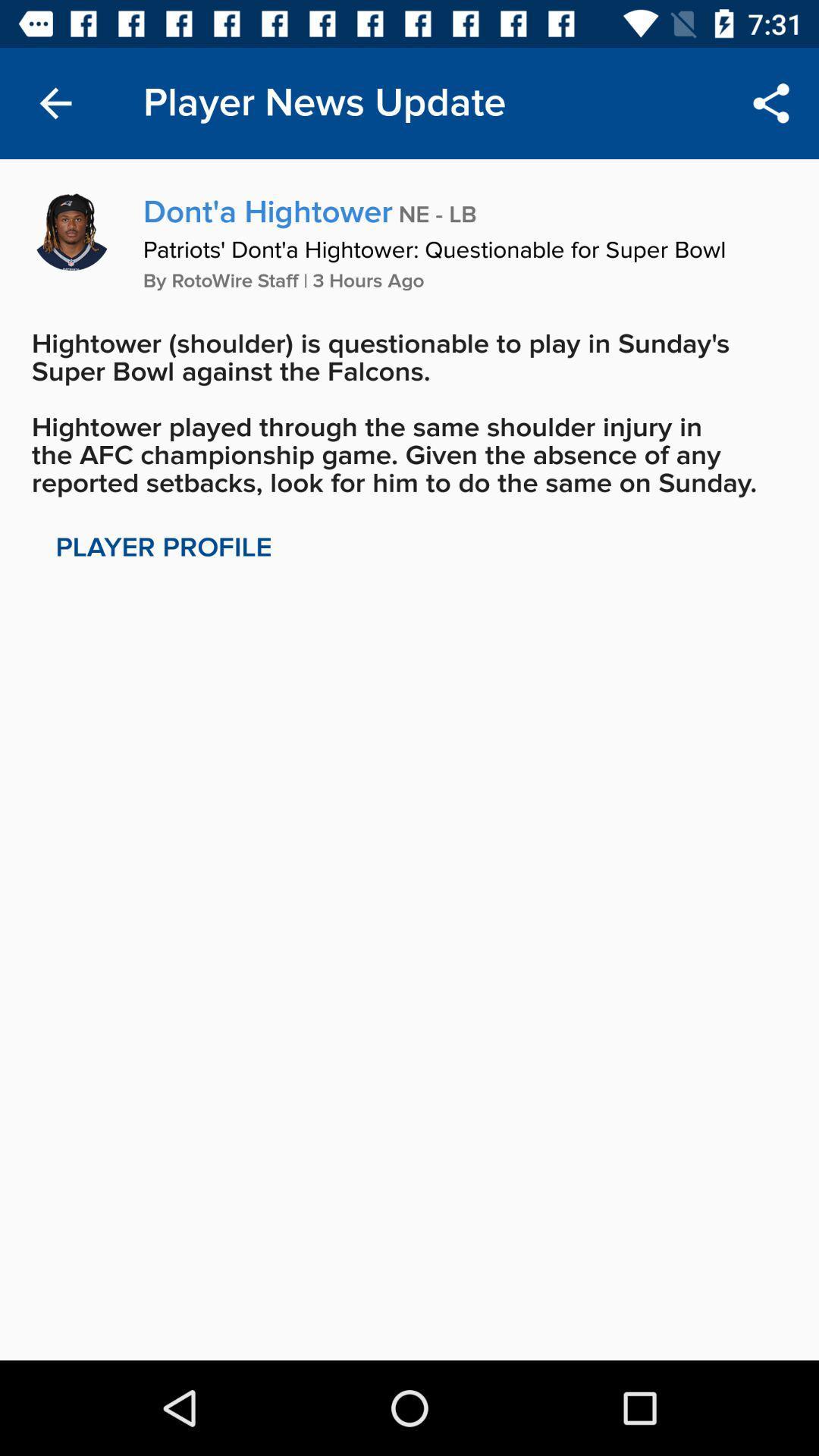  I want to click on item below hightower shoulder is icon, so click(164, 547).